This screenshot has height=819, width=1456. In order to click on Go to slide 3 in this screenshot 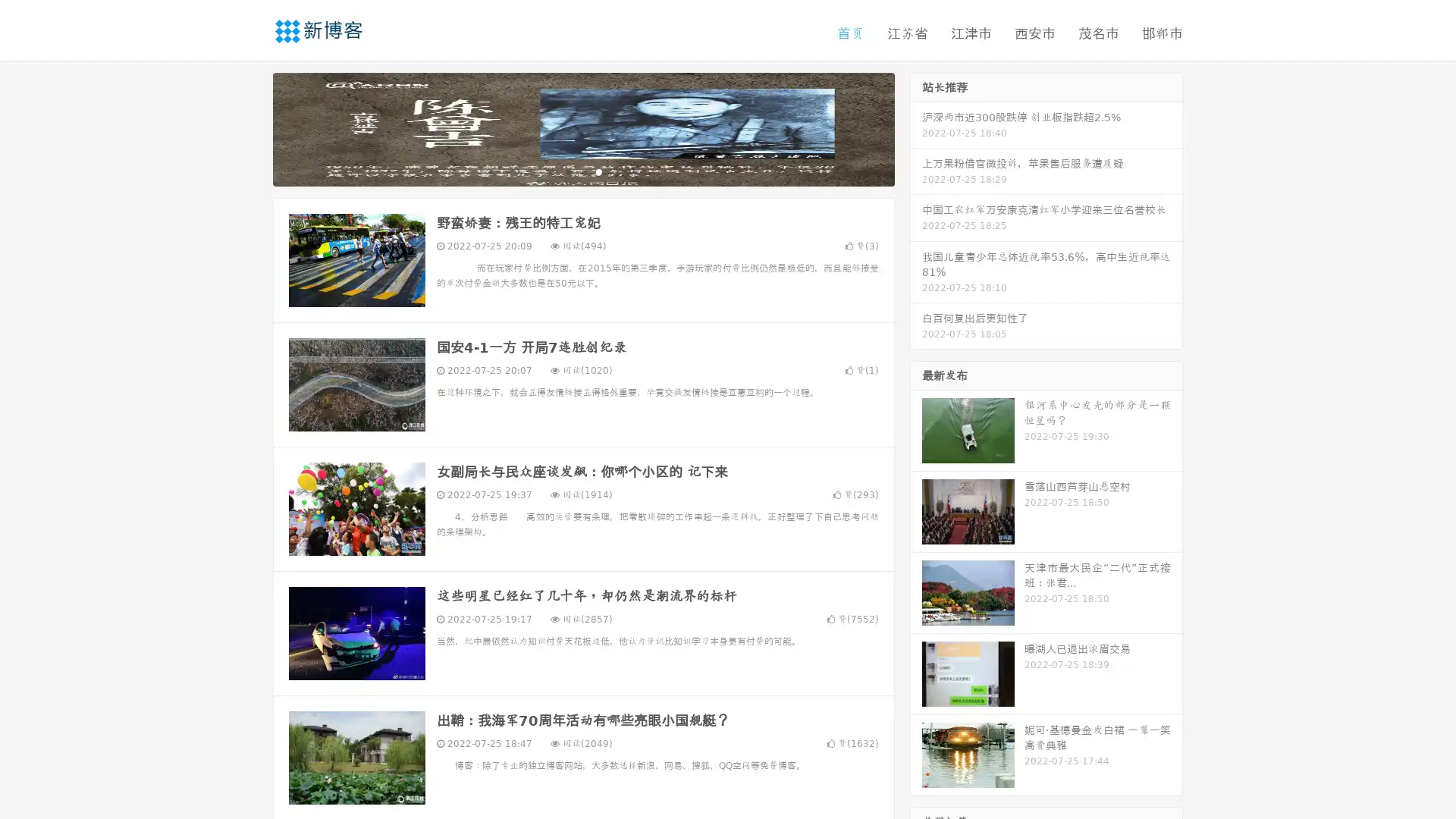, I will do `click(598, 171)`.